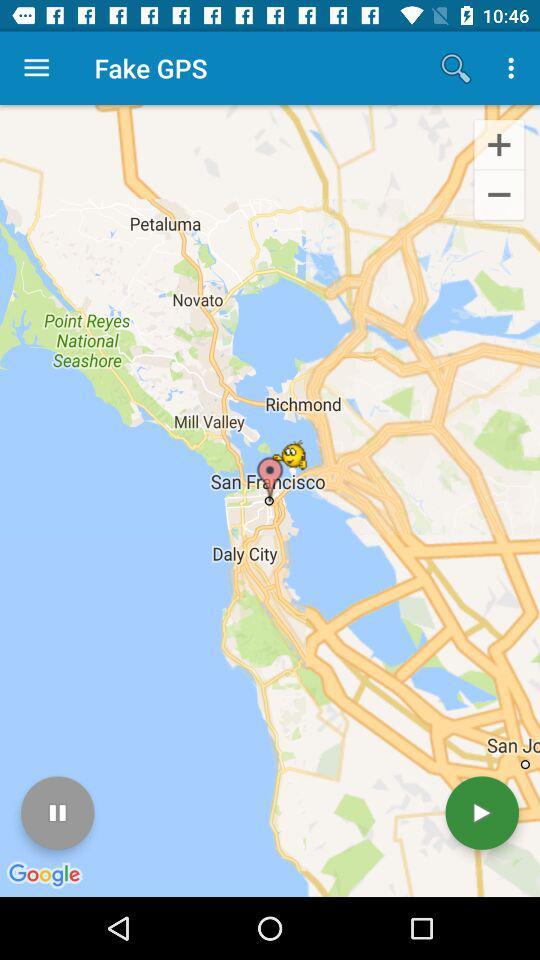 Image resolution: width=540 pixels, height=960 pixels. Describe the element at coordinates (498, 143) in the screenshot. I see `the add icon` at that location.